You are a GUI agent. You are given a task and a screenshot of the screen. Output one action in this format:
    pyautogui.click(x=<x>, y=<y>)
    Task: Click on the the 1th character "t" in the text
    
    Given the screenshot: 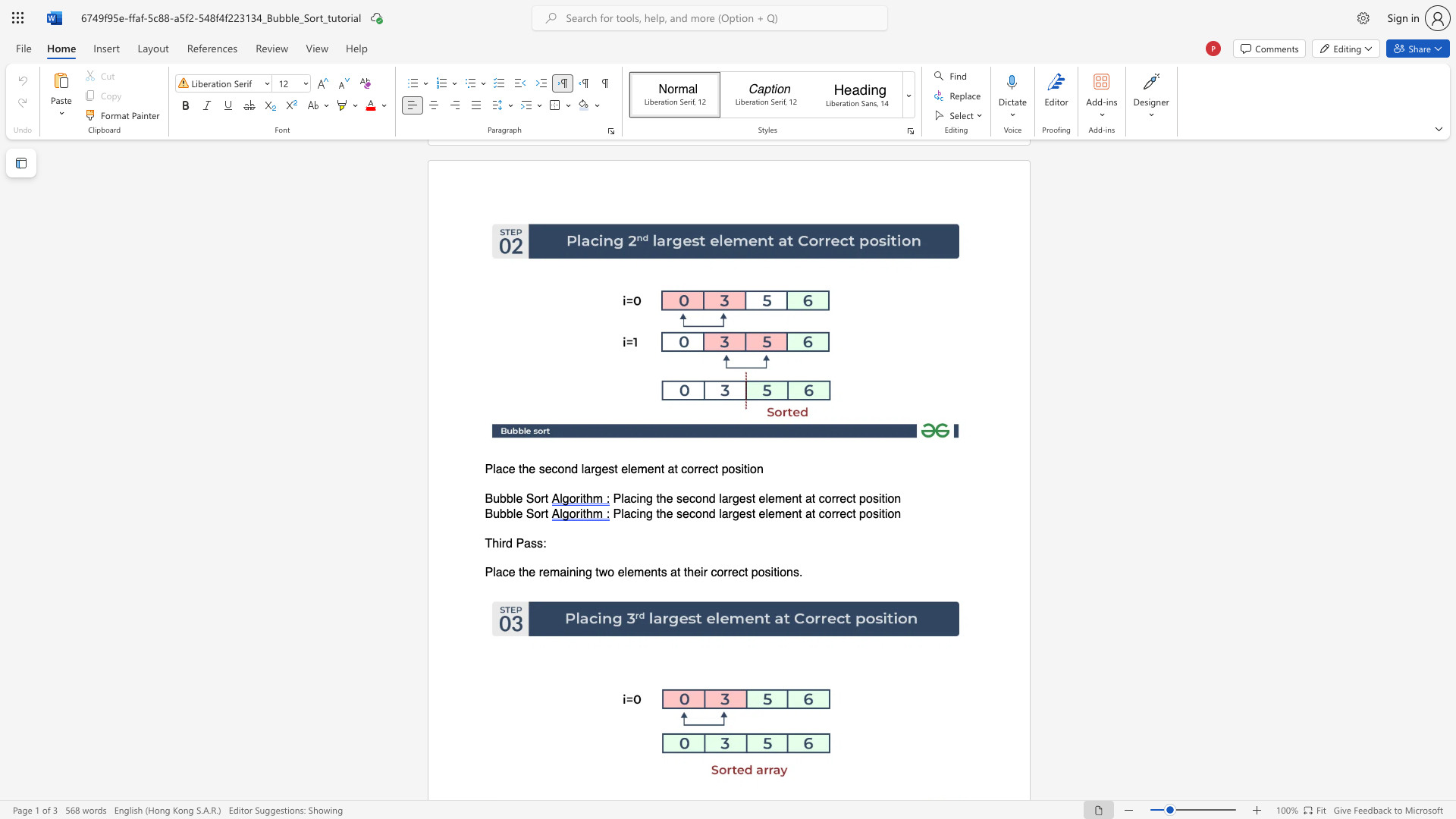 What is the action you would take?
    pyautogui.click(x=520, y=469)
    